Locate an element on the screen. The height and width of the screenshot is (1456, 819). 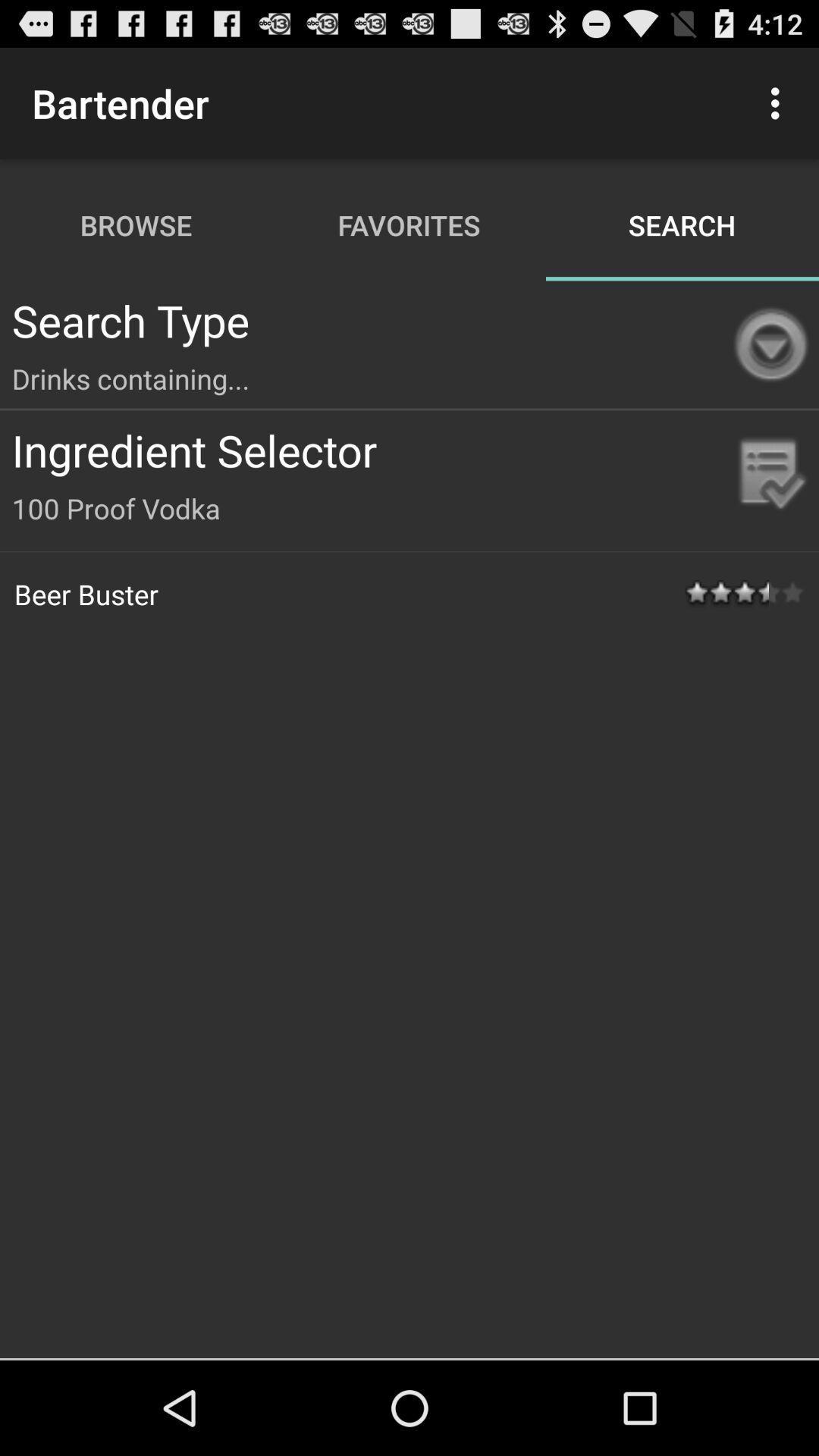
the icon above the search is located at coordinates (779, 103).